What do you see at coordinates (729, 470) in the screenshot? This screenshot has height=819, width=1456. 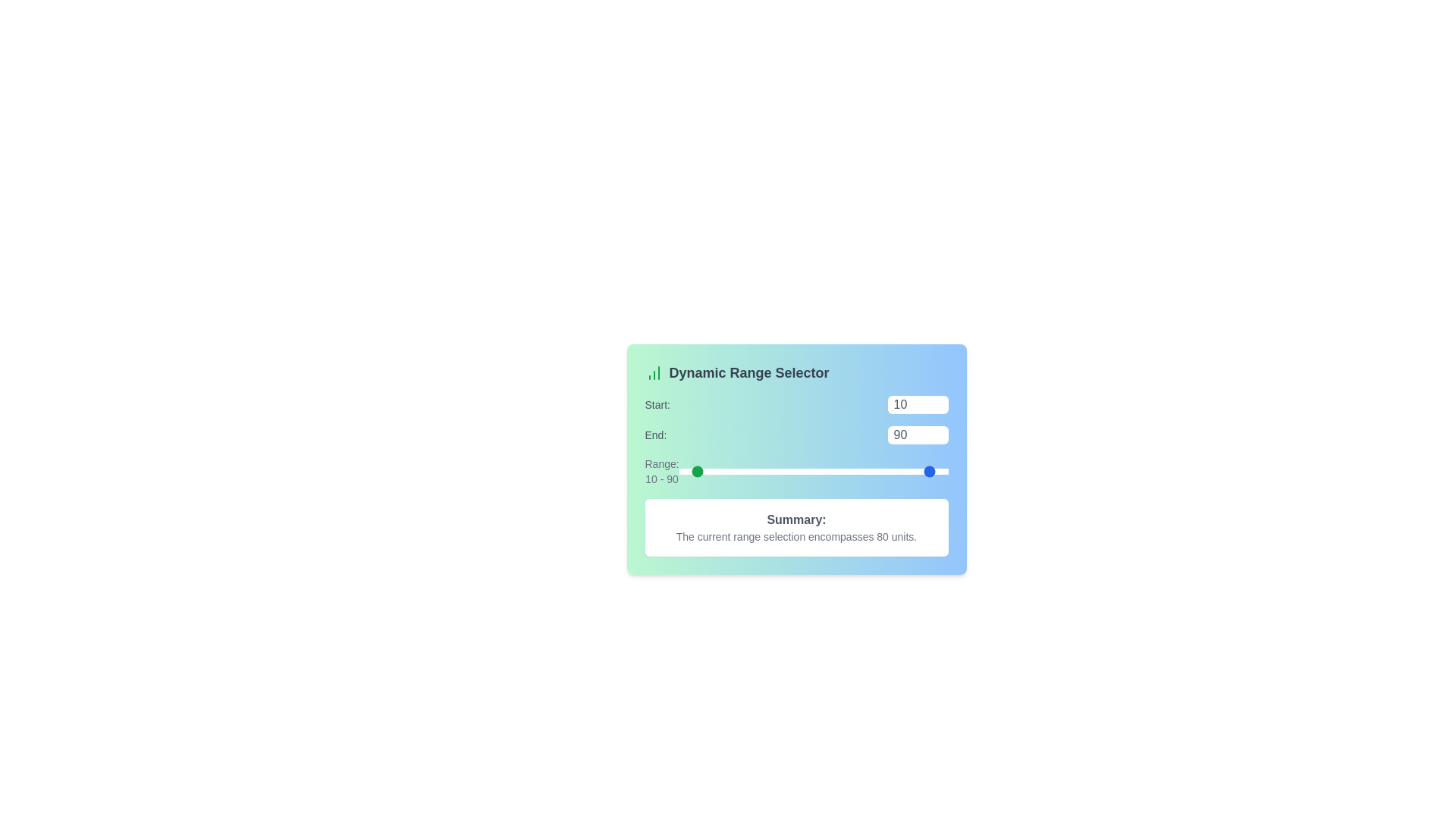 I see `the 'Start' range slider to 37` at bounding box center [729, 470].